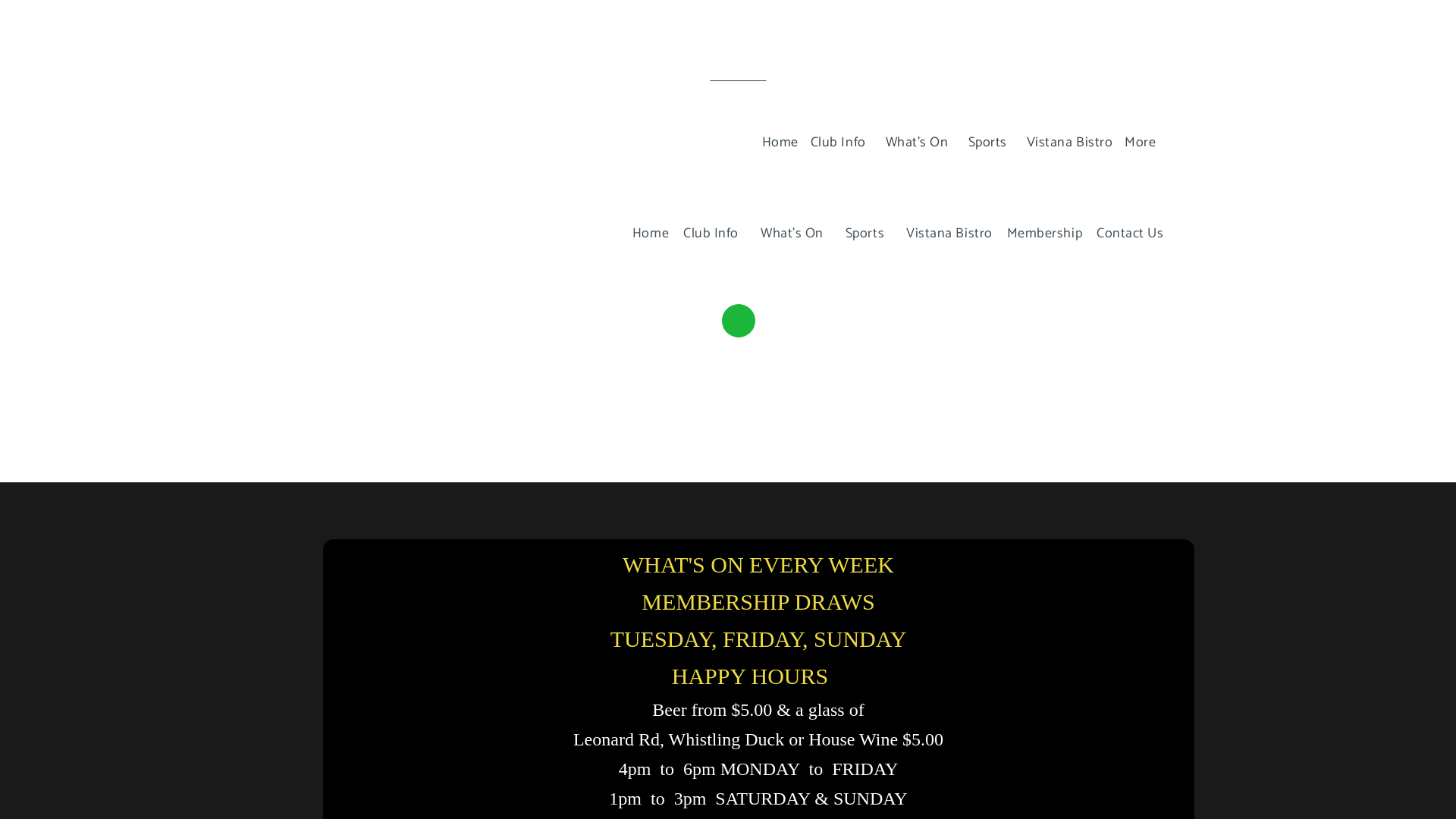  I want to click on 'Sports', so click(955, 143).